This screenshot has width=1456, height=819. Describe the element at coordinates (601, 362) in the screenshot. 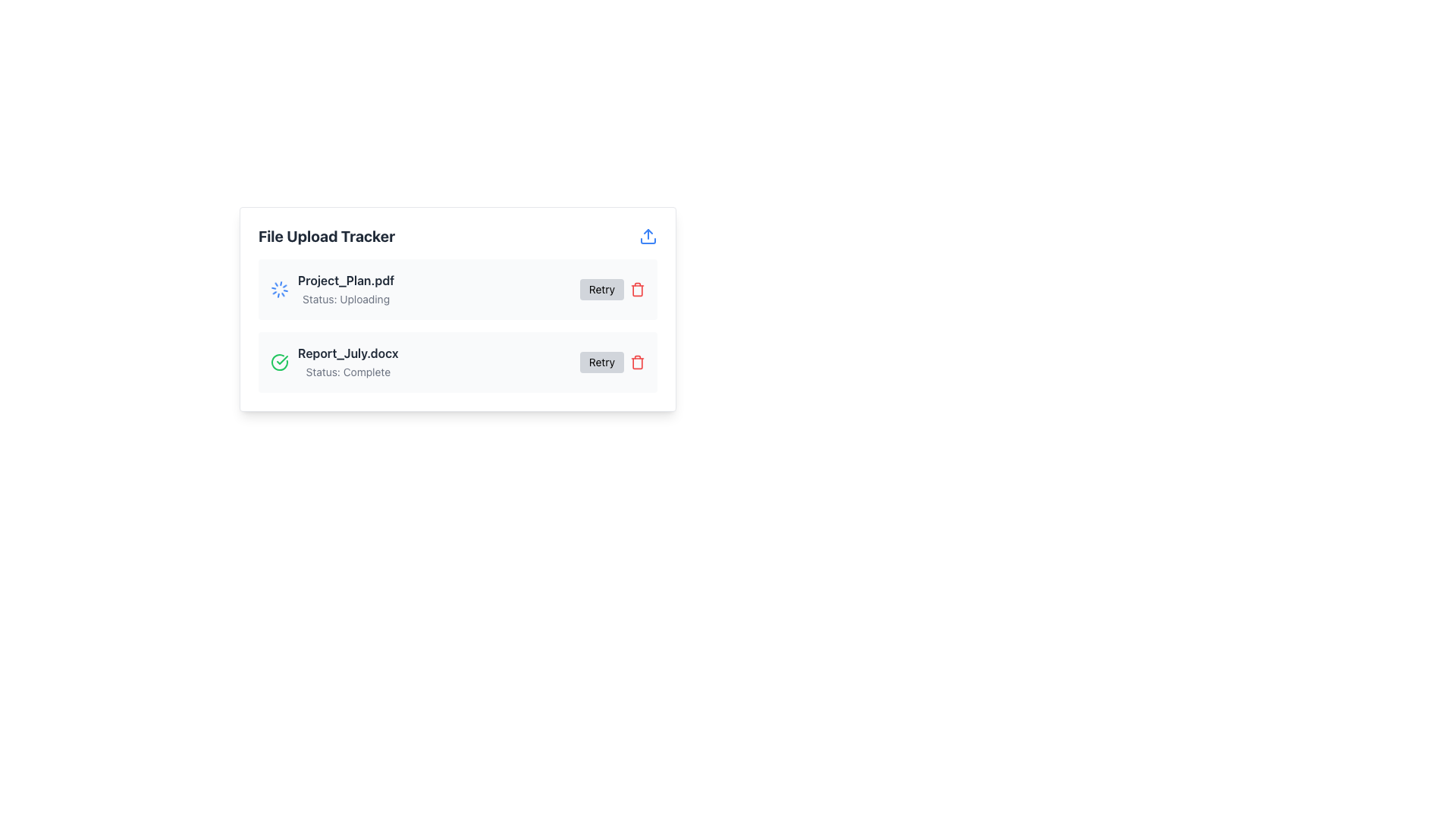

I see `the retry button located in the second row of the file upload list interface, adjacent to the file 'Report_July.docx', and to the left of the red trash icon` at that location.